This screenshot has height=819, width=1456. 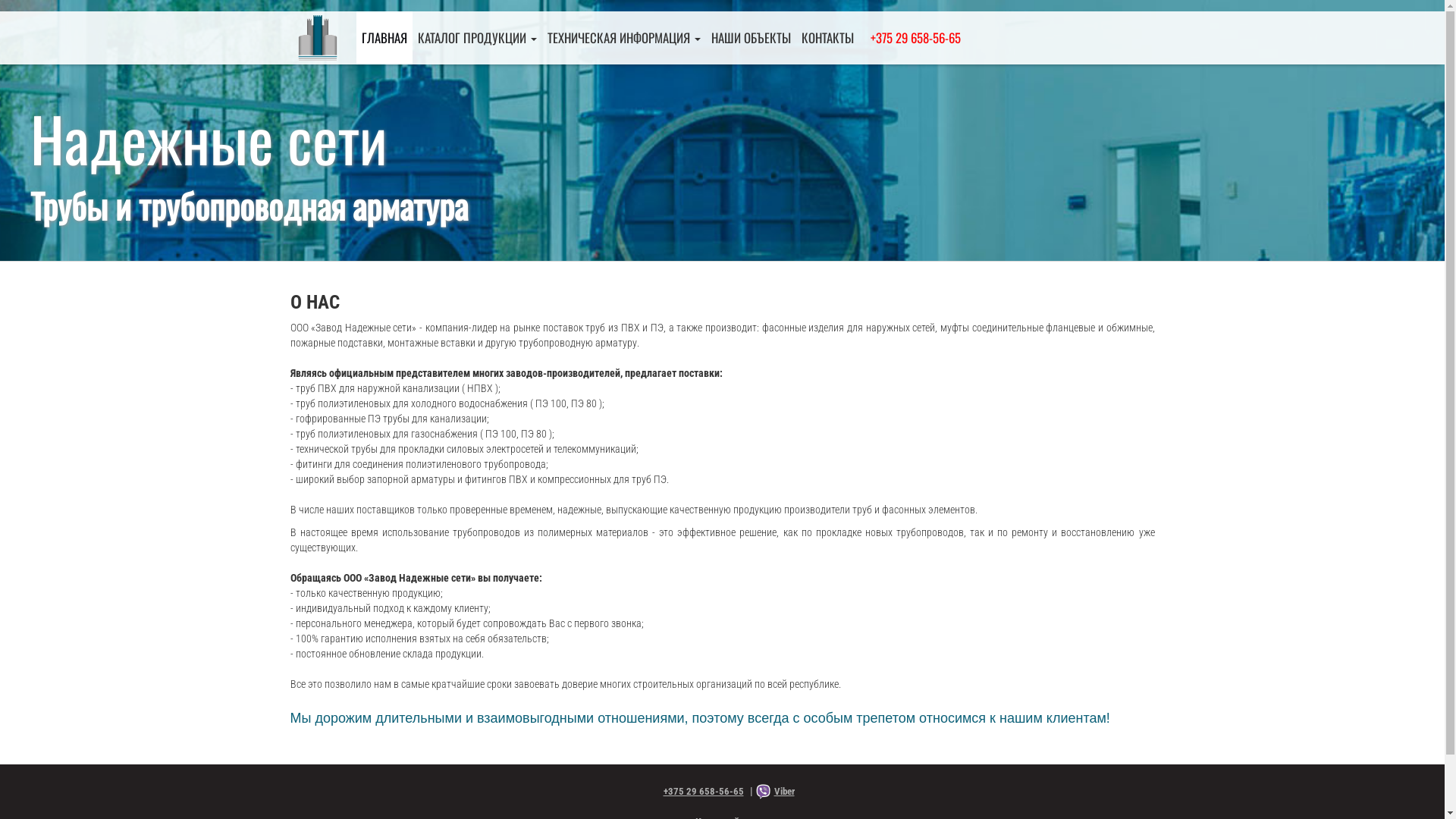 What do you see at coordinates (696, 790) in the screenshot?
I see `'+375 29 658-56-65'` at bounding box center [696, 790].